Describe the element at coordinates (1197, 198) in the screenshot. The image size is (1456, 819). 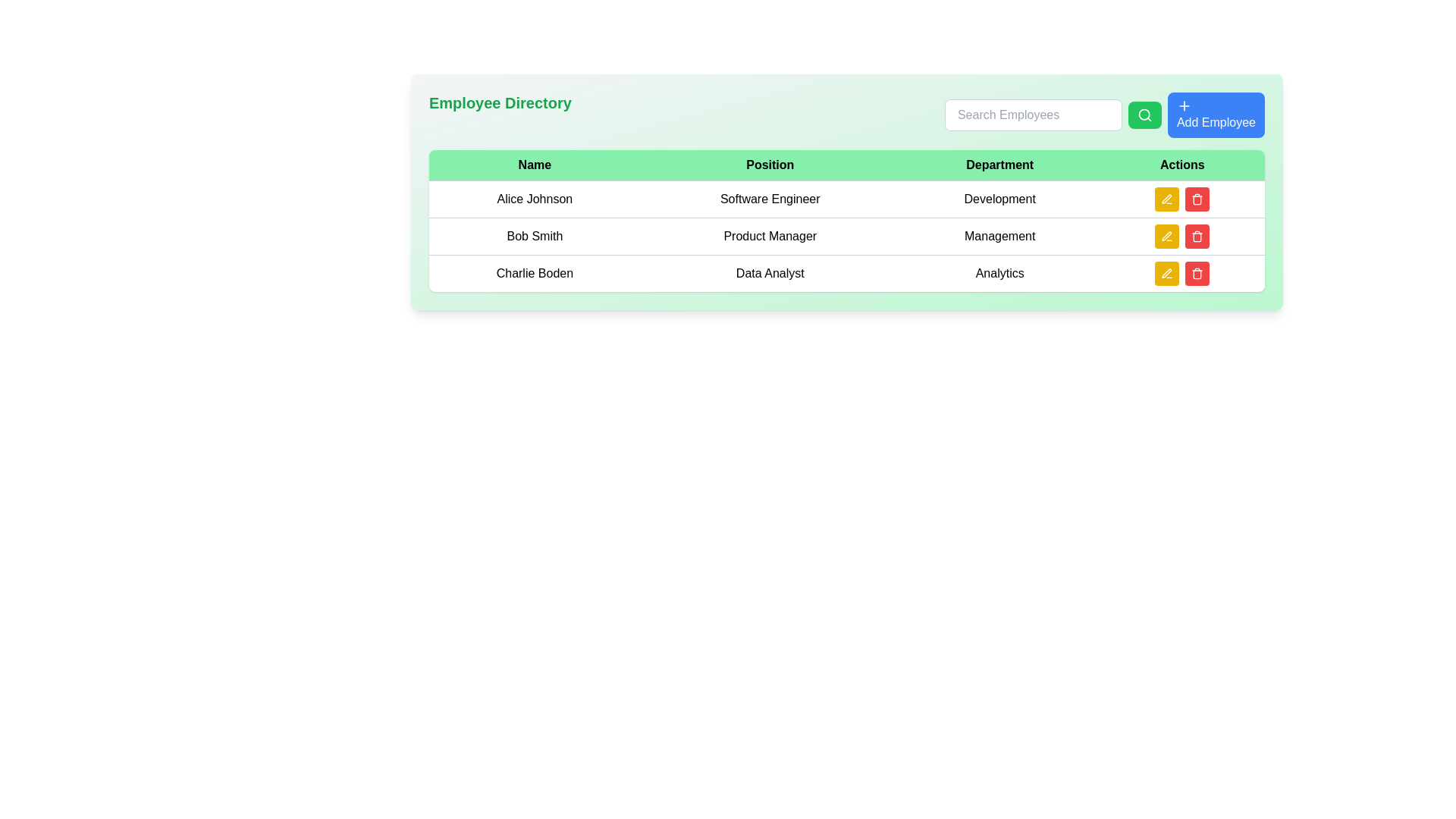
I see `the red delete button with a trash can icon located at the far right of the table row` at that location.